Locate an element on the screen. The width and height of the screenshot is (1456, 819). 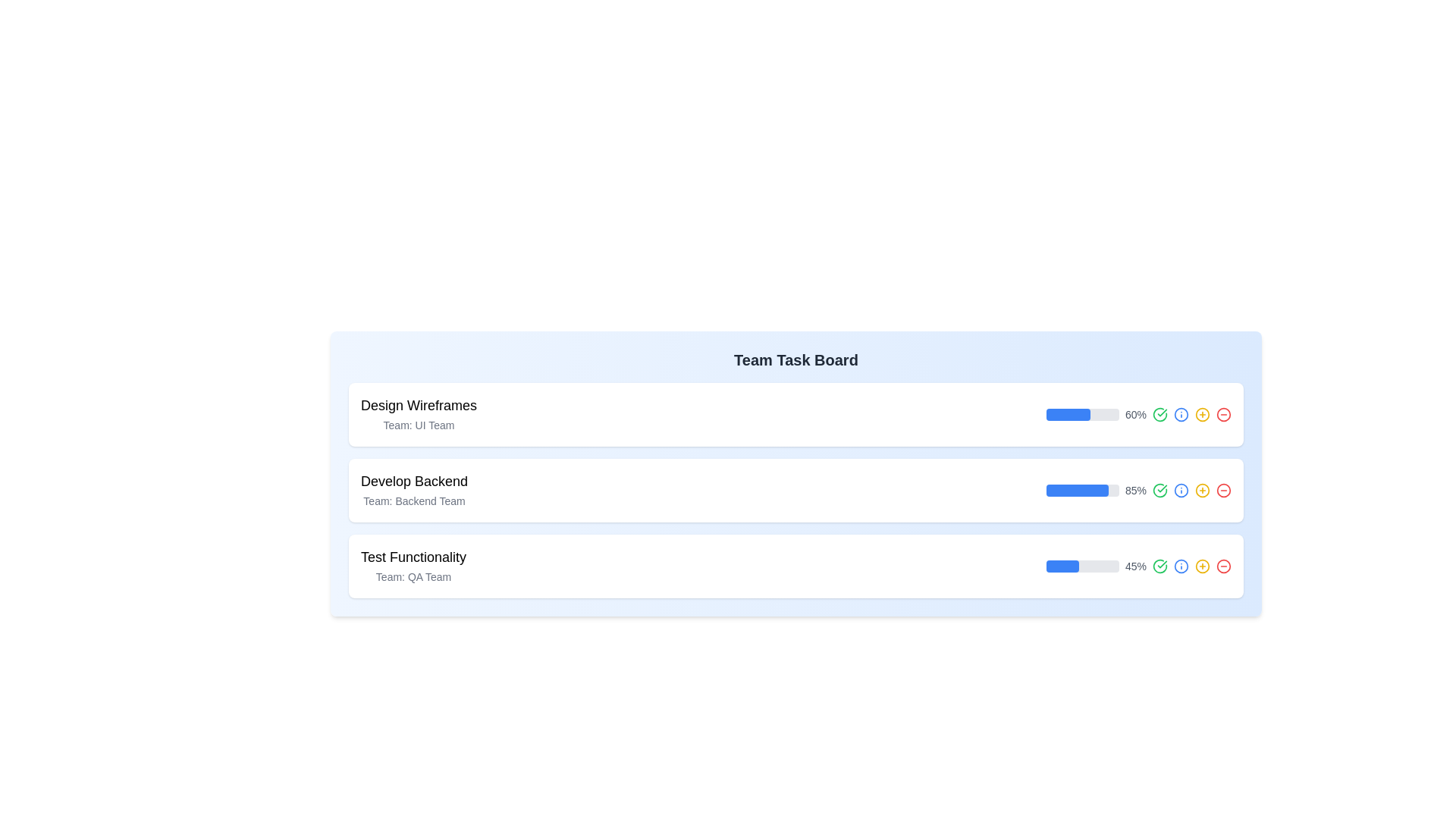
the circular component of the info icon located in the rightmost section of the 'Test Functionality' task card in the third task row is located at coordinates (1181, 566).